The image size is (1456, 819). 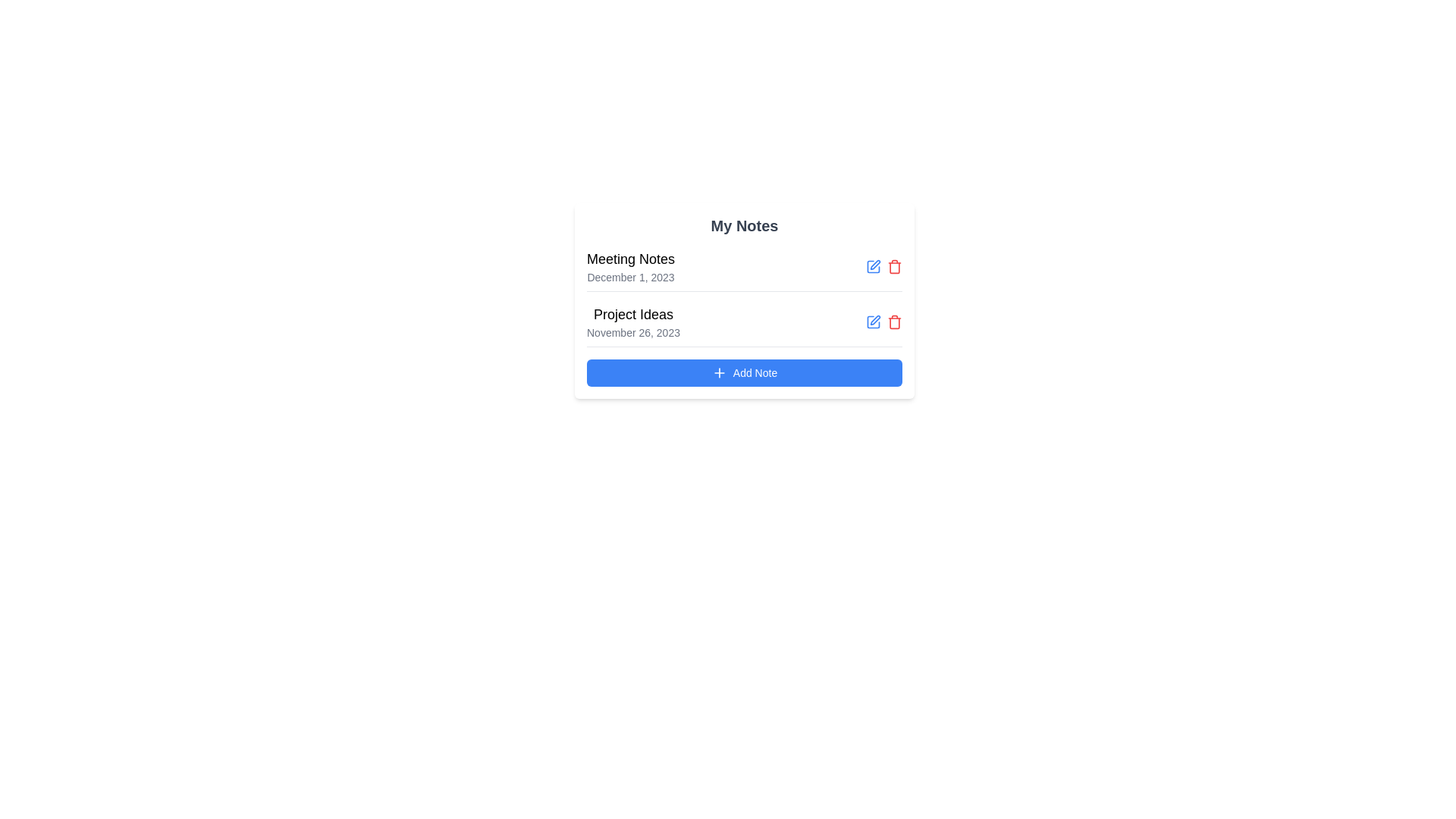 What do you see at coordinates (633, 332) in the screenshot?
I see `the Date label indicating the date associated with the 'Project Ideas' entry in the notes list` at bounding box center [633, 332].